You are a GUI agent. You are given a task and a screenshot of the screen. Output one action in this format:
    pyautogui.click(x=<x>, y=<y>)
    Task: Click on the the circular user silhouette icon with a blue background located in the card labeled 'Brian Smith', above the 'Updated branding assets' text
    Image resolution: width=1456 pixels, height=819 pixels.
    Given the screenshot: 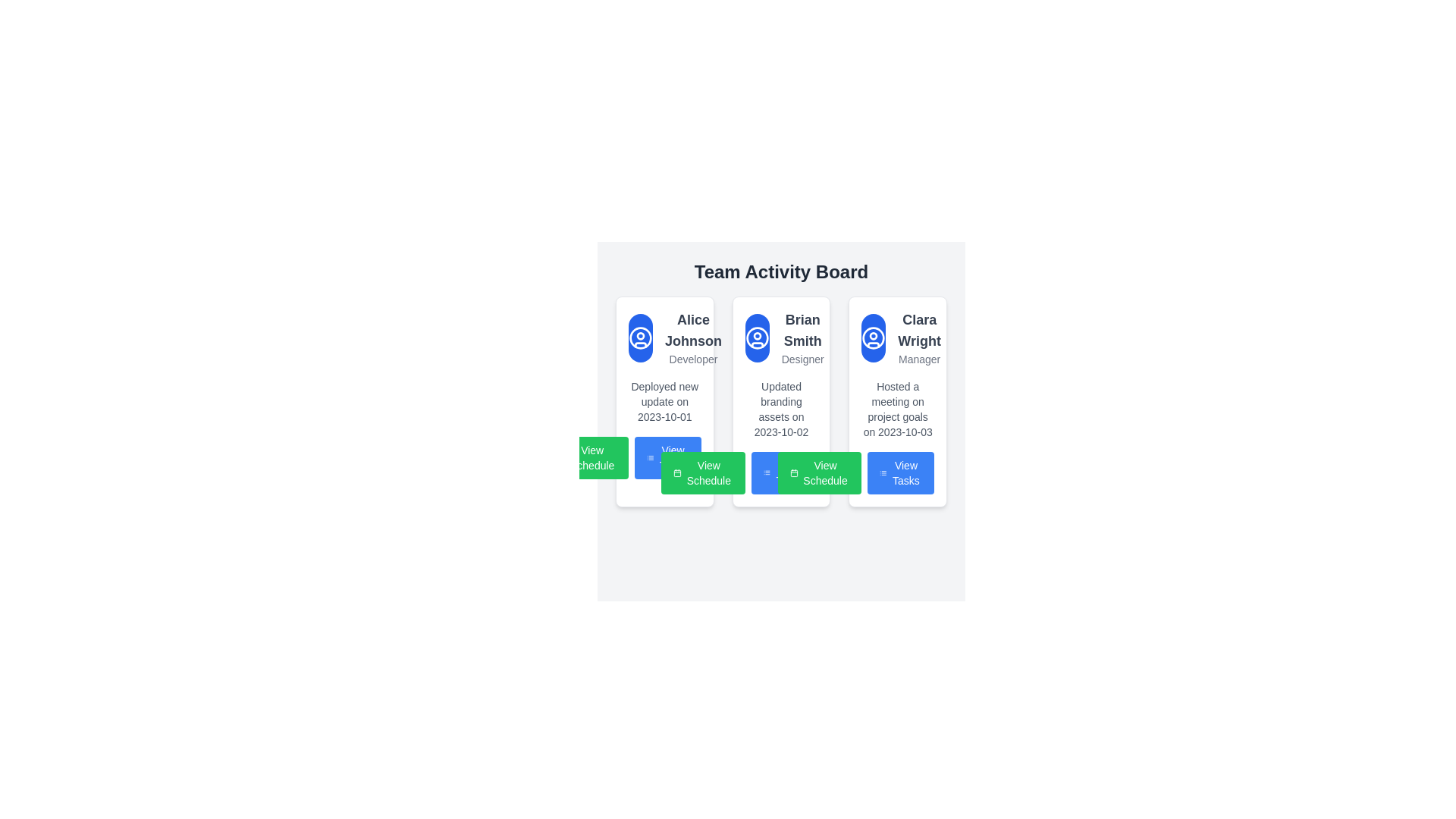 What is the action you would take?
    pyautogui.click(x=757, y=337)
    